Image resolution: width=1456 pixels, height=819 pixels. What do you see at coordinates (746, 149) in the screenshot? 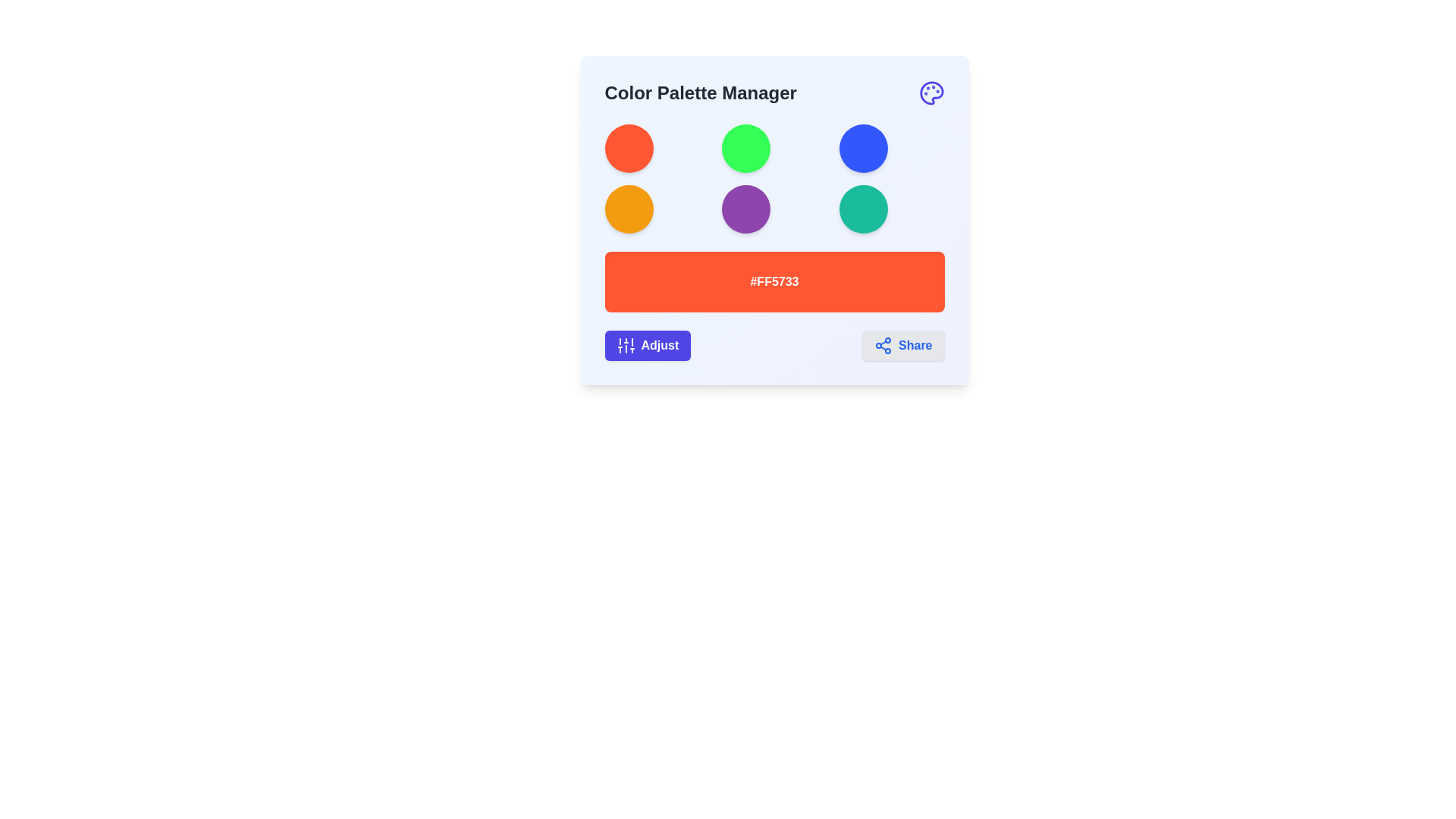
I see `the vibrant green interactive circle button located in the second column of the first row of the grid` at bounding box center [746, 149].